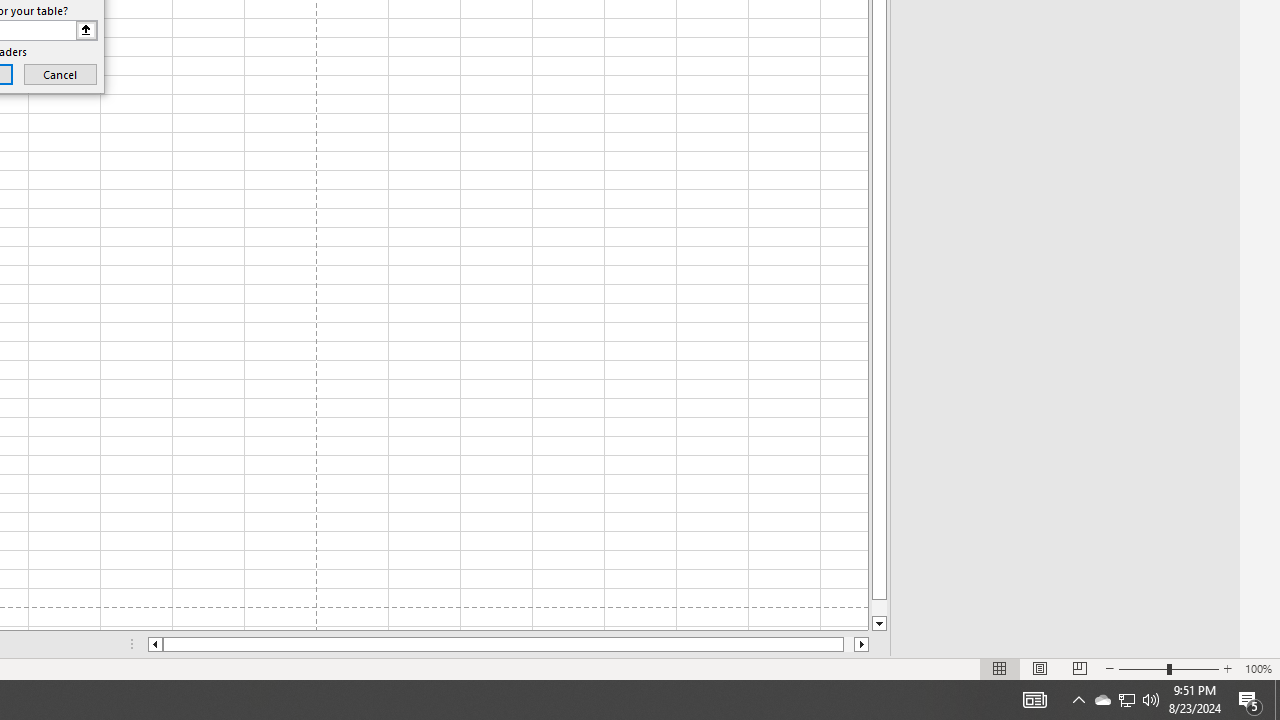  Describe the element at coordinates (1040, 669) in the screenshot. I see `'Page Layout'` at that location.